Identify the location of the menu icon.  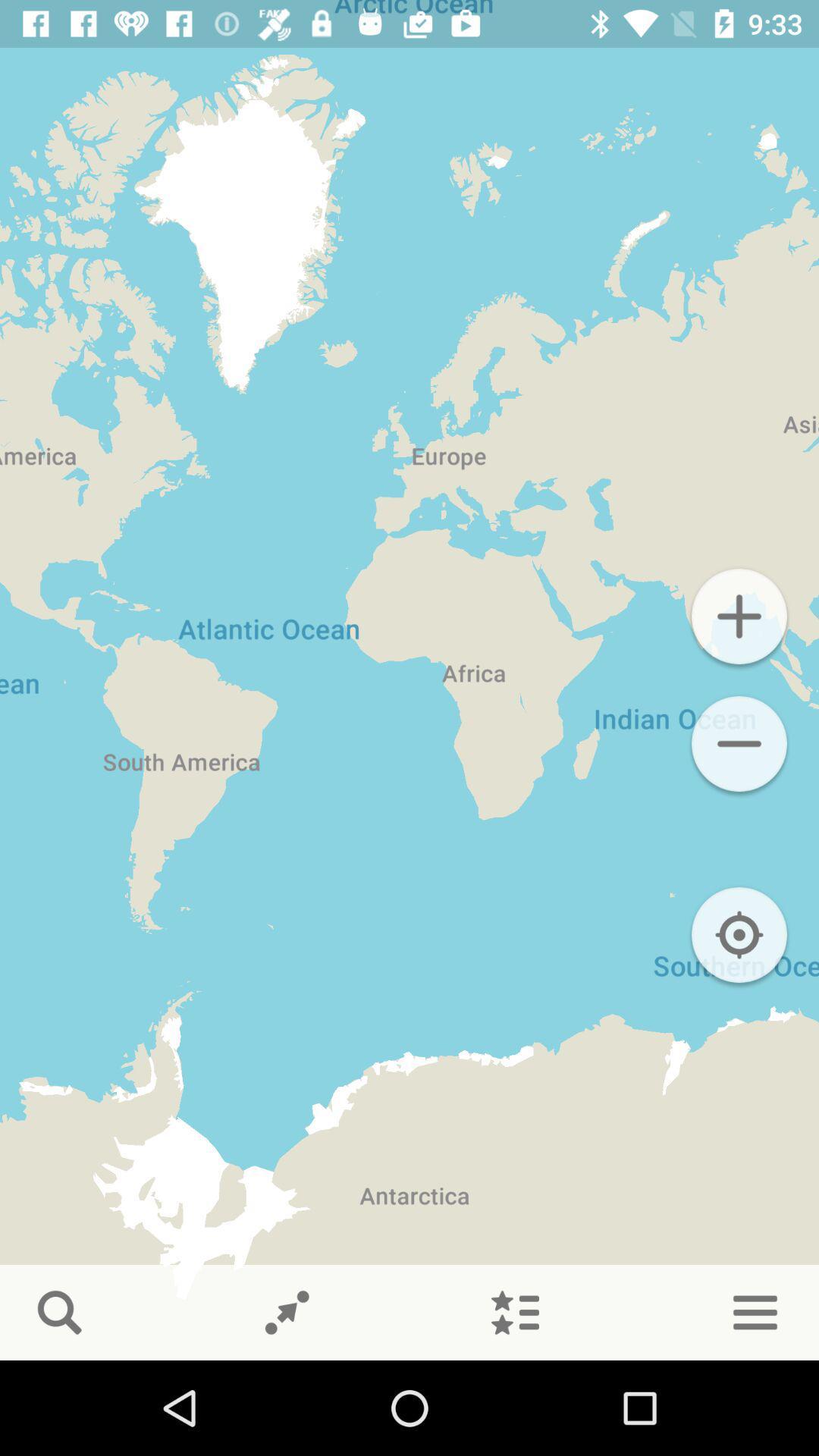
(751, 1312).